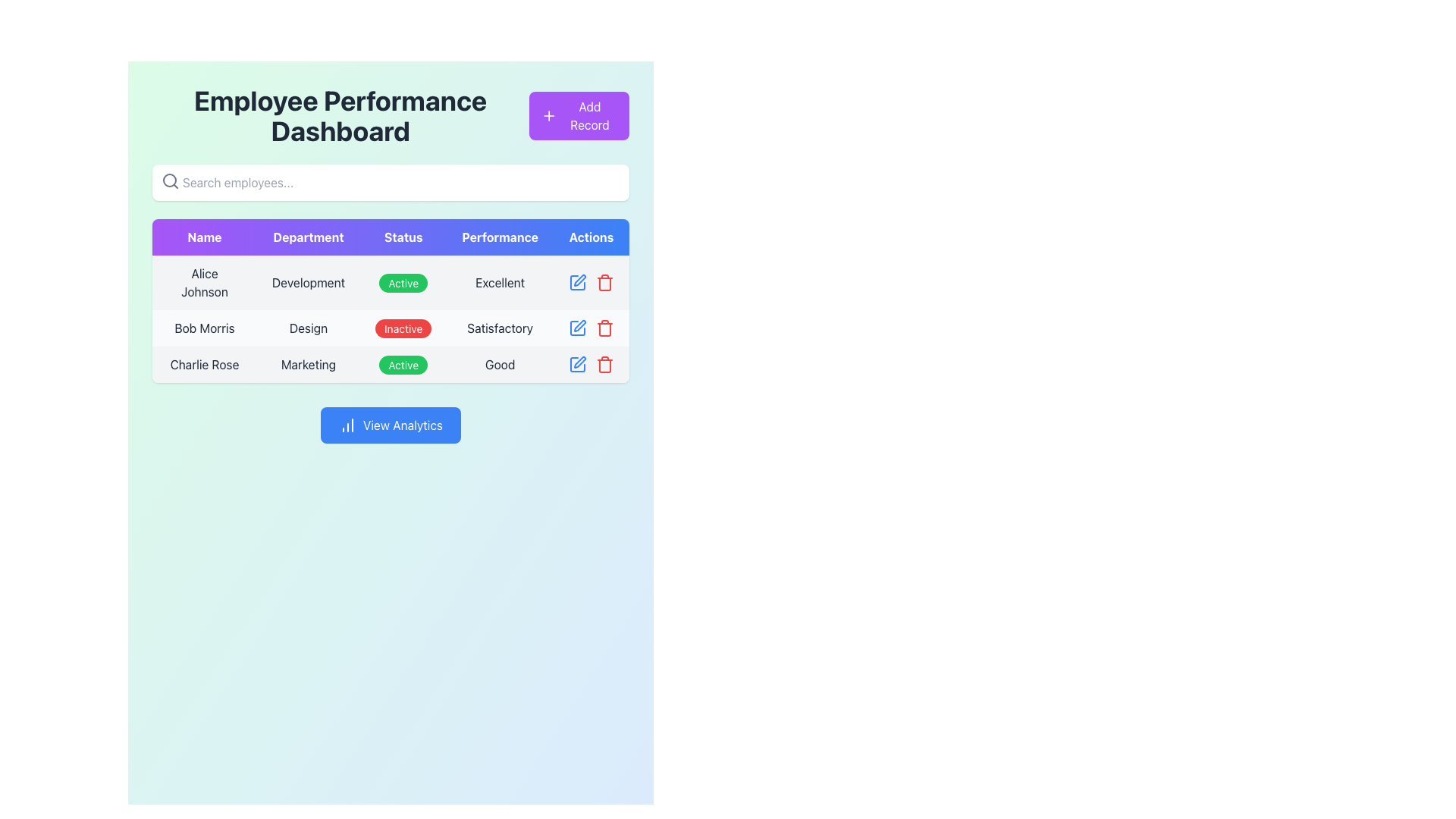 This screenshot has width=1456, height=819. I want to click on the Status Indicator Badge for employee 'Charlie Rose' in the 'Marketing' department, which indicates the current state as 'Active', so click(403, 365).